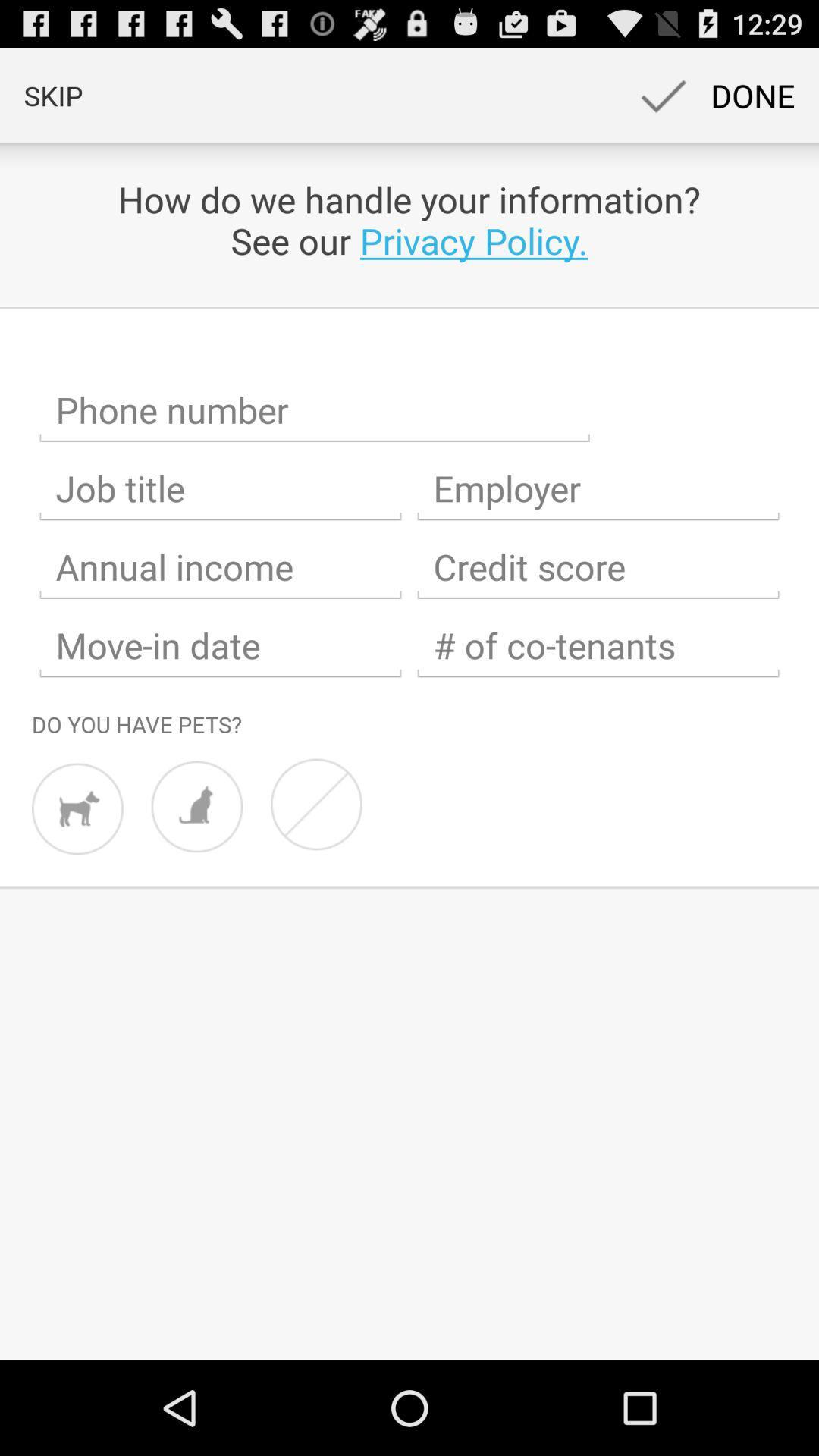 The height and width of the screenshot is (1456, 819). I want to click on employer name, so click(598, 488).